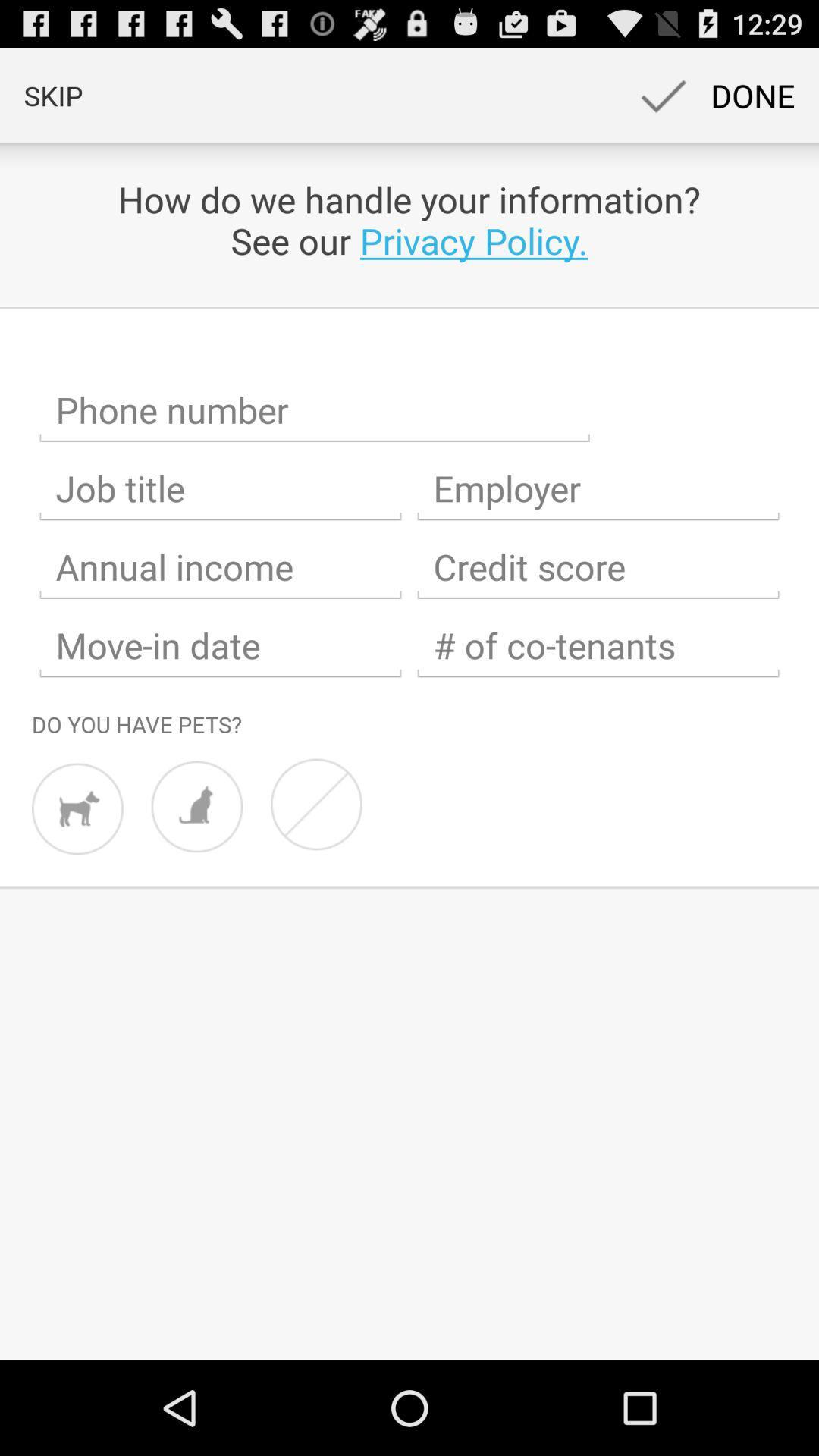 The height and width of the screenshot is (1456, 819). I want to click on employer name, so click(598, 488).